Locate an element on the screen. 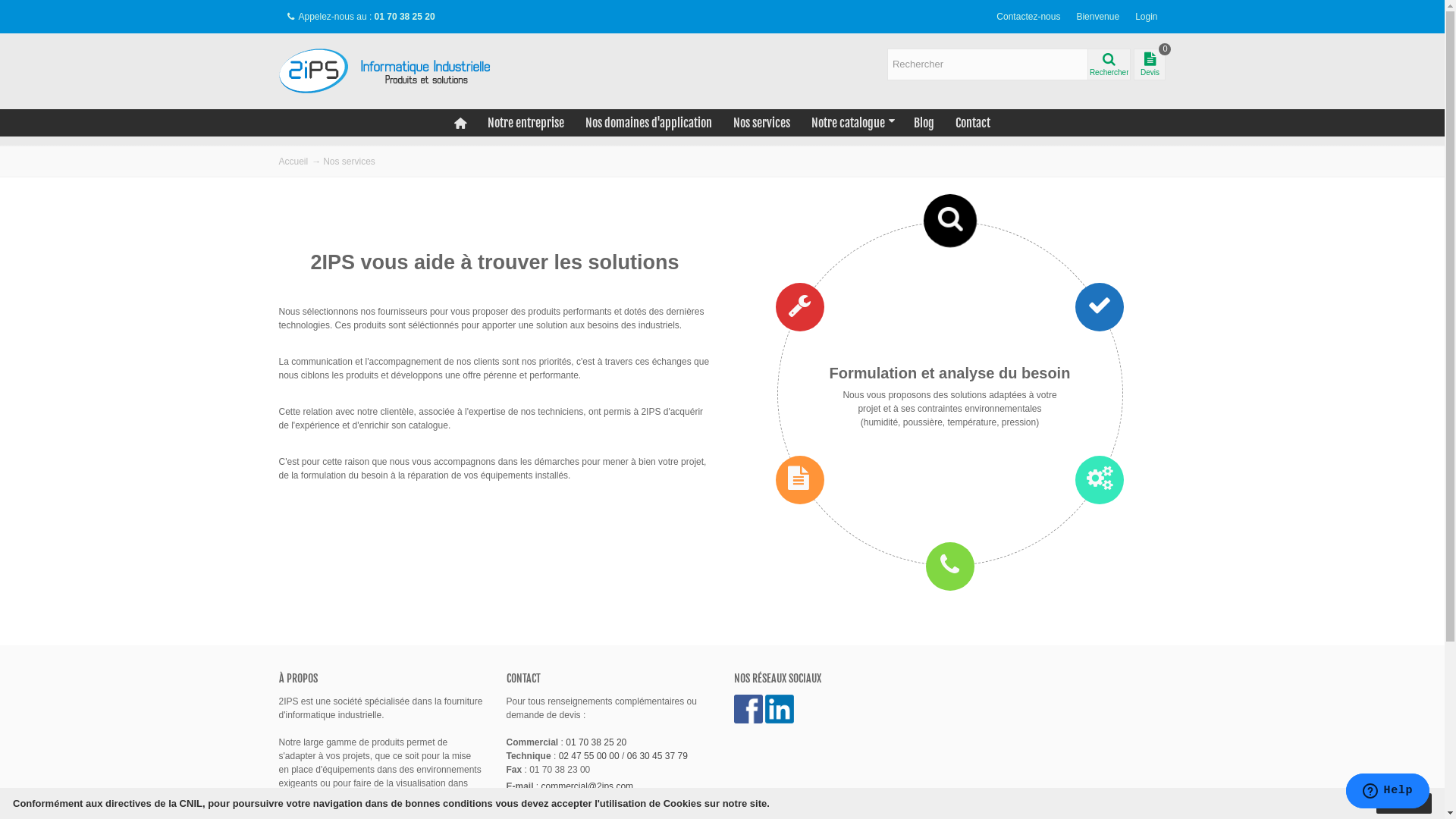 Image resolution: width=1456 pixels, height=819 pixels. 'J'accepte' is located at coordinates (1403, 802).